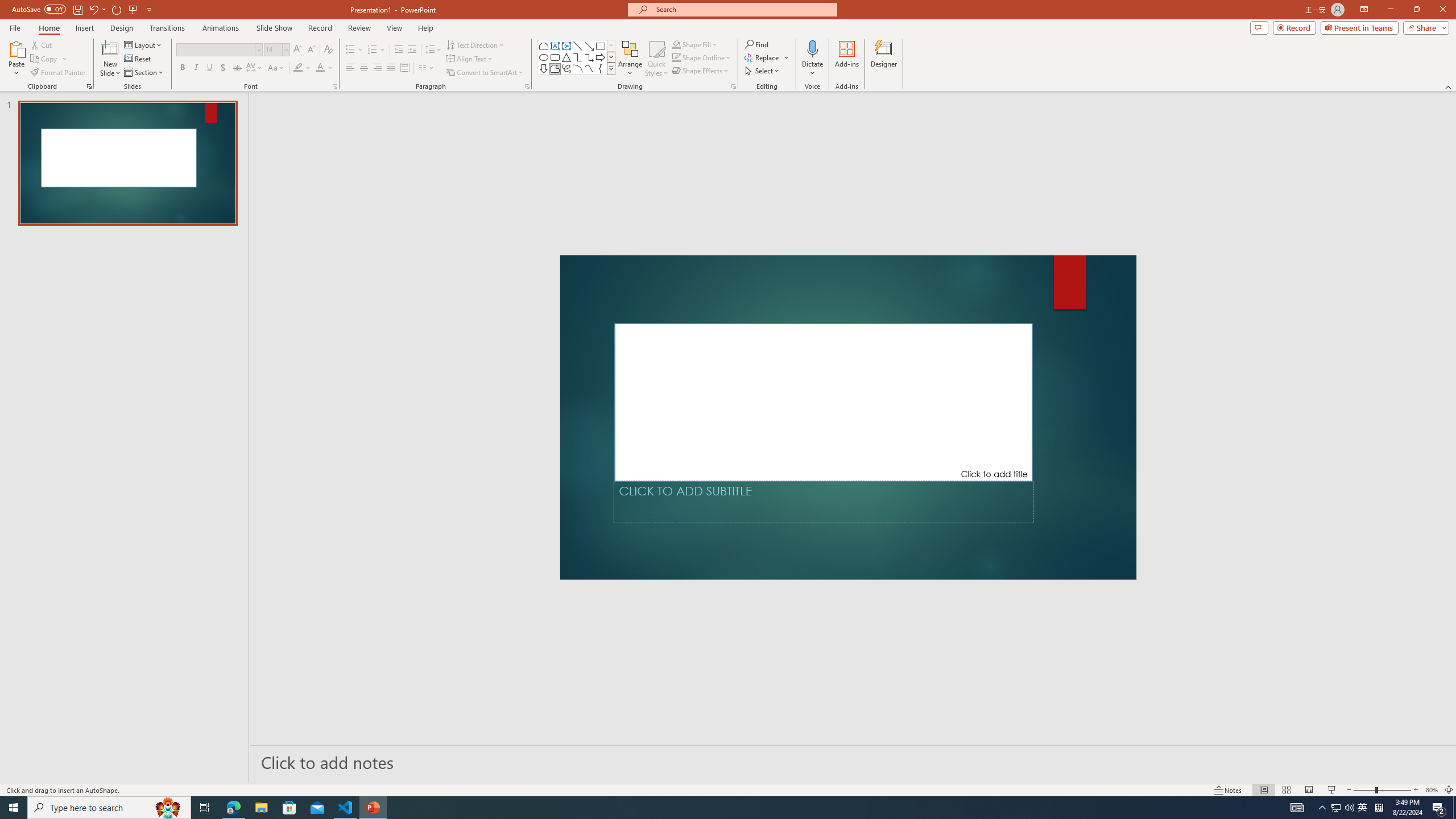 This screenshot has height=819, width=1456. I want to click on 'Shape Outline', so click(701, 56).